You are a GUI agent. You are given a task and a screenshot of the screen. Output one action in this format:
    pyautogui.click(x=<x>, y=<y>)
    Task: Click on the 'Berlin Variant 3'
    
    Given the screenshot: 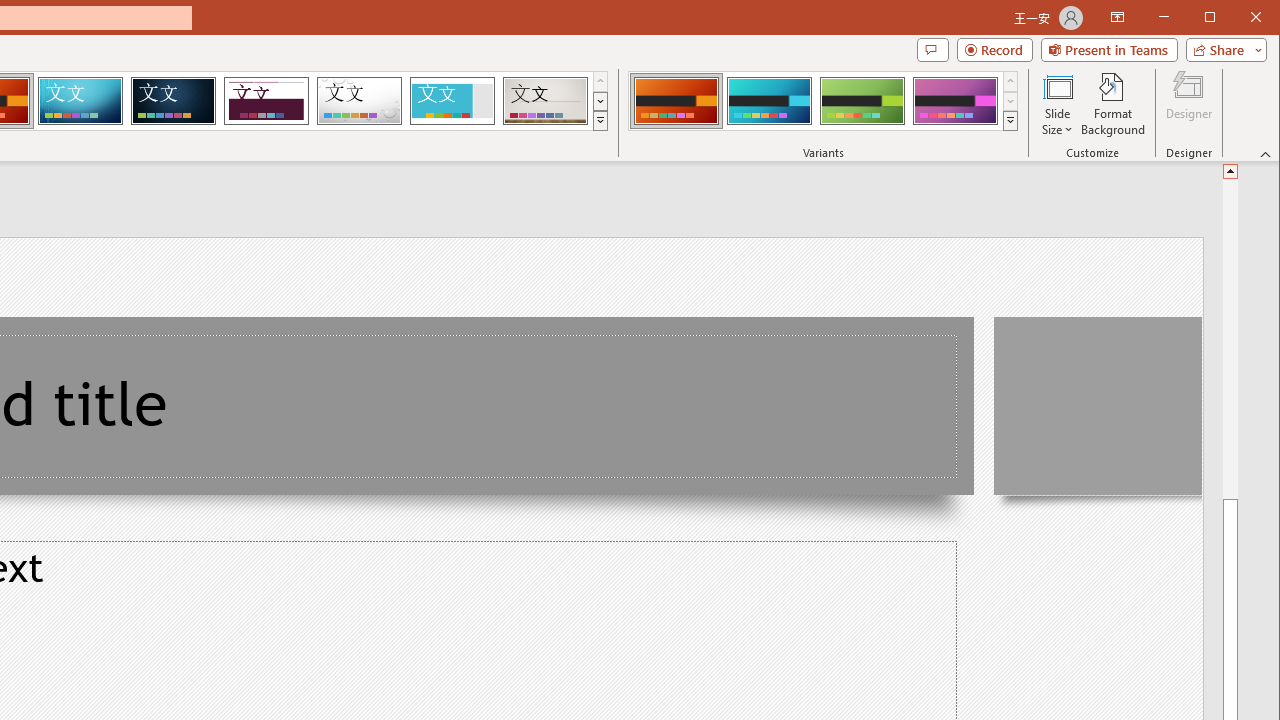 What is the action you would take?
    pyautogui.click(x=862, y=100)
    